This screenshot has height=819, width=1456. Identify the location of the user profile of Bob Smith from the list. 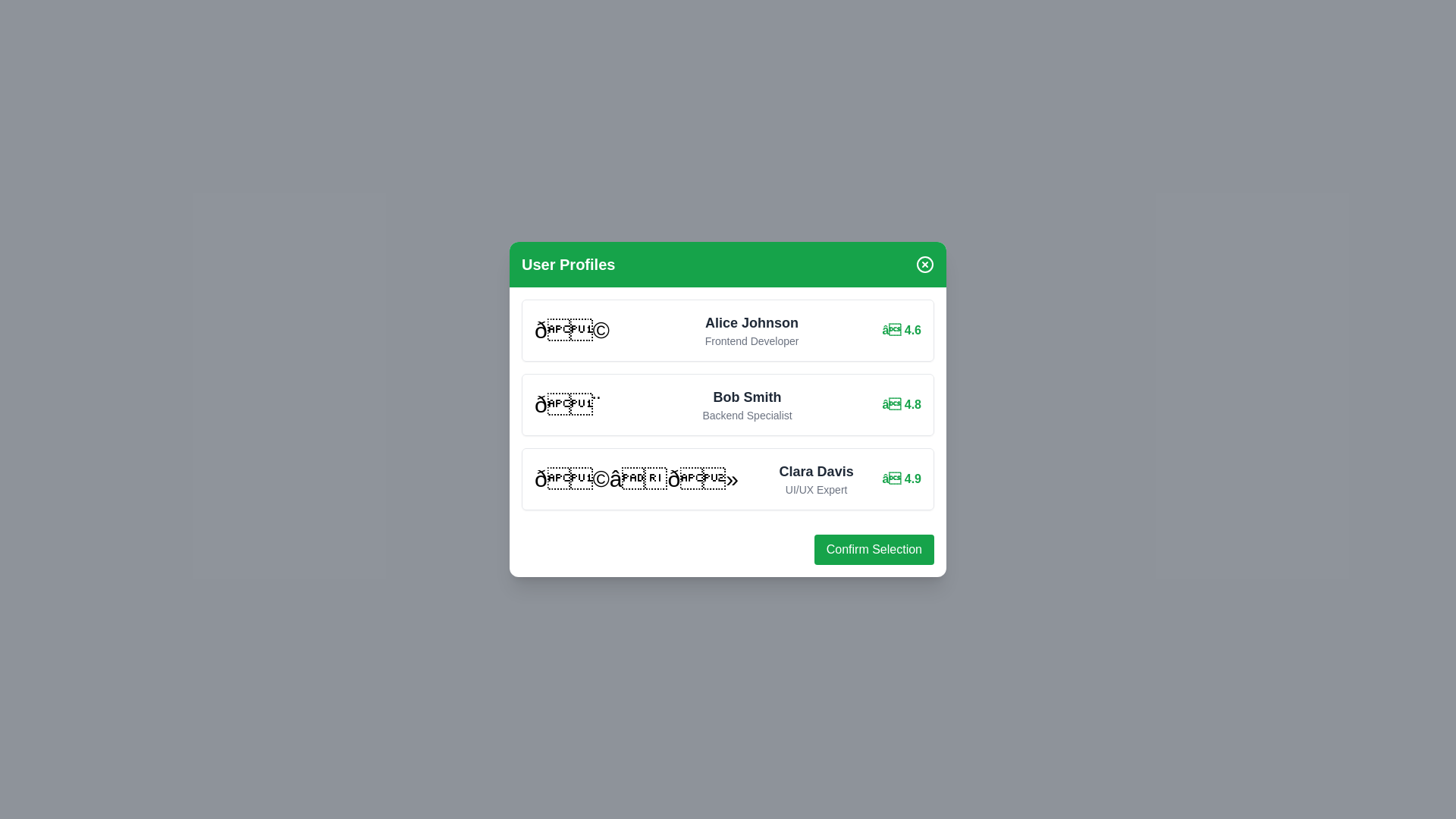
(728, 403).